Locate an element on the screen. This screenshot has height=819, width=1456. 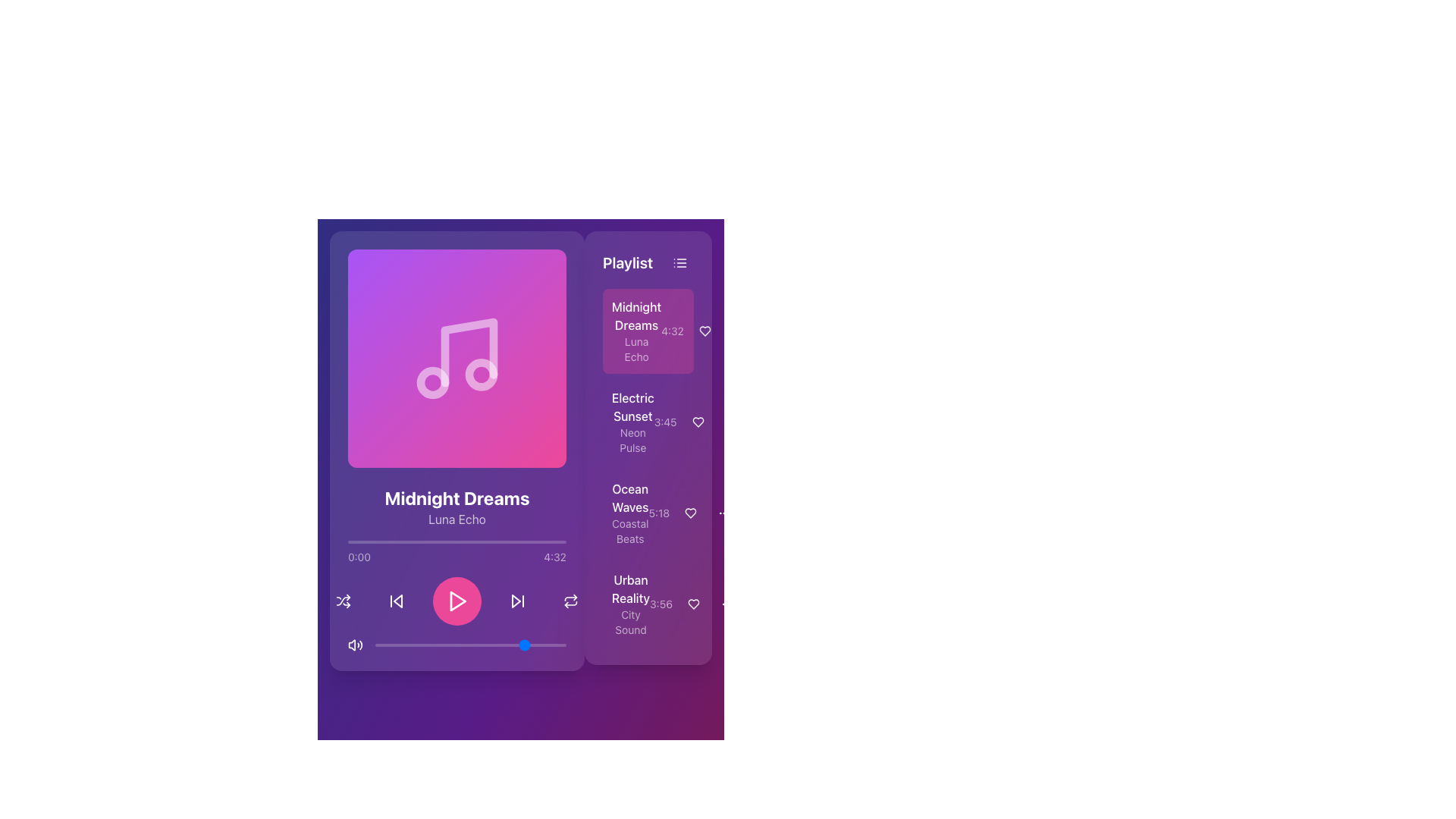
the forward navigation button with a triangular play icon to skip to the next track is located at coordinates (517, 601).